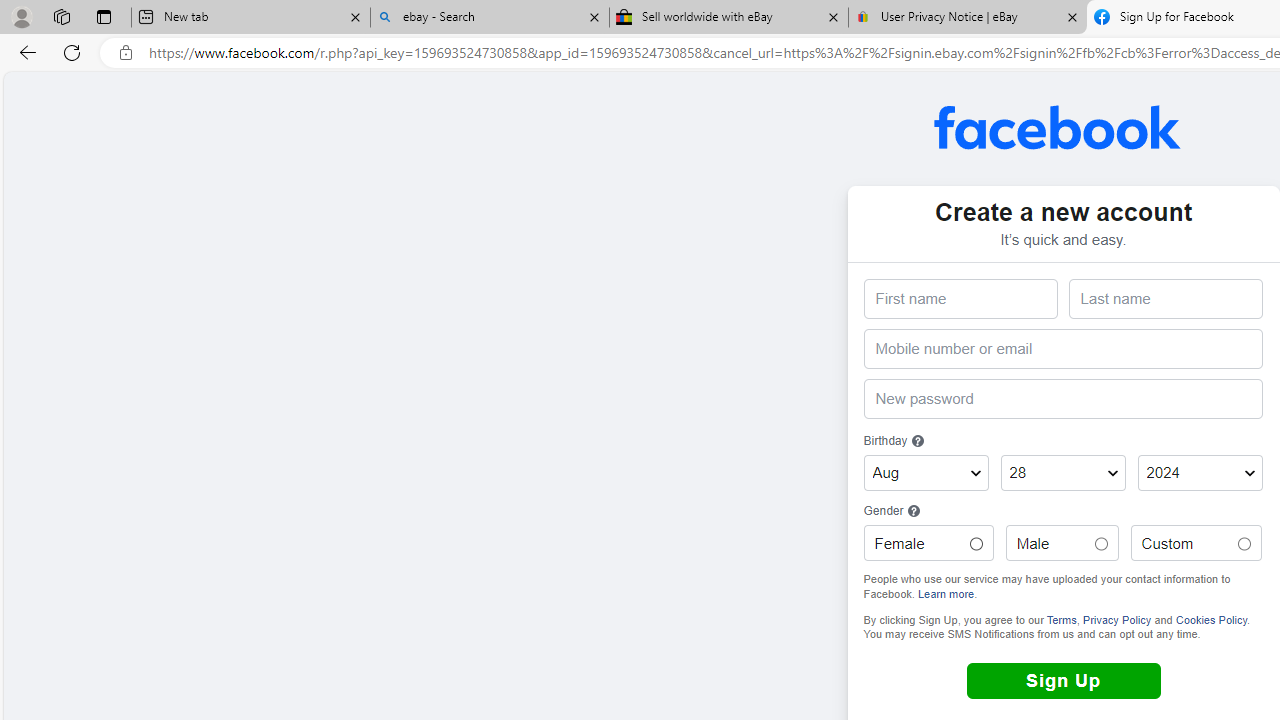  What do you see at coordinates (1062, 473) in the screenshot?
I see `'Day'` at bounding box center [1062, 473].